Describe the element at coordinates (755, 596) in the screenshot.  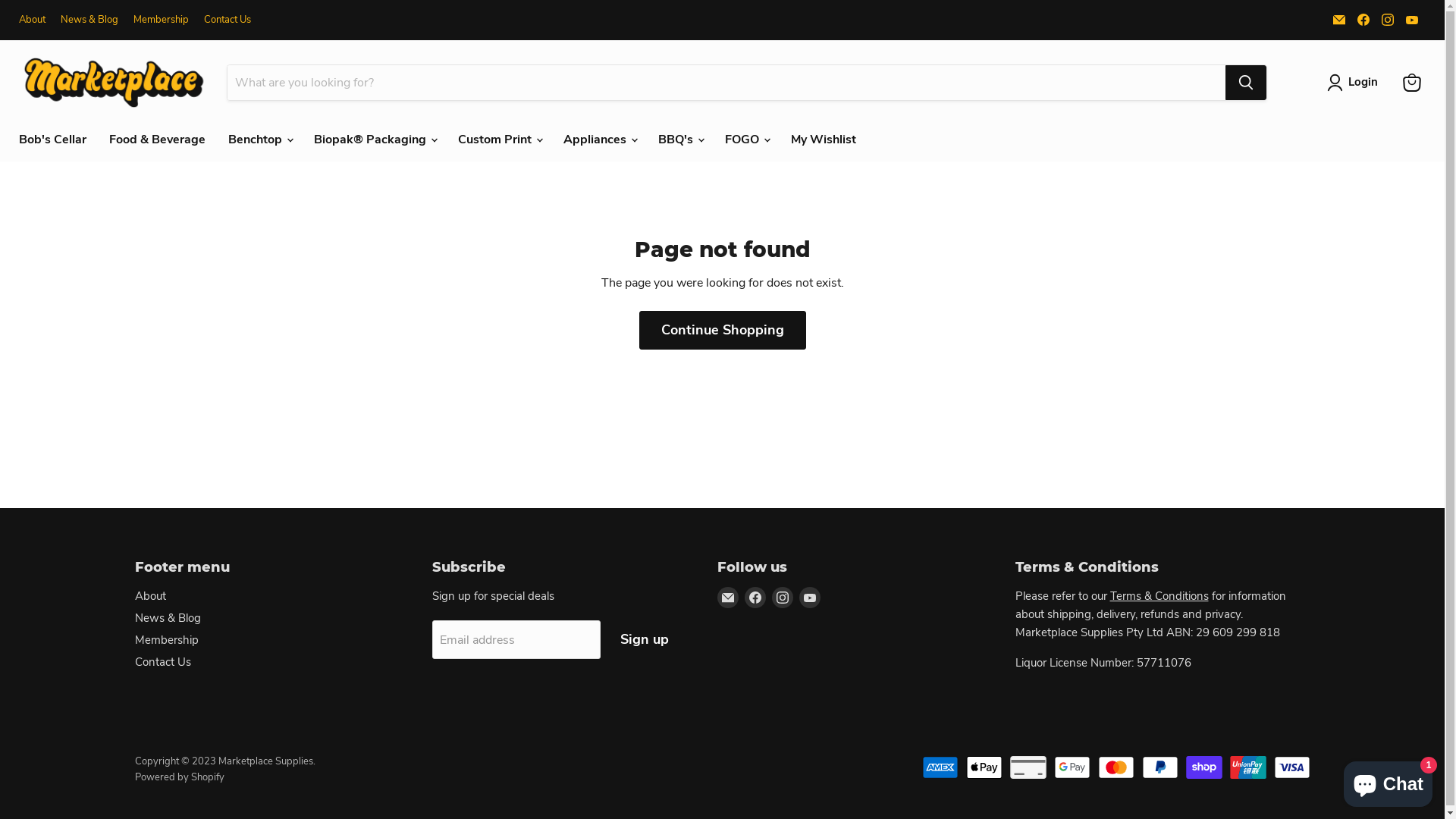
I see `'Find us on Facebook'` at that location.